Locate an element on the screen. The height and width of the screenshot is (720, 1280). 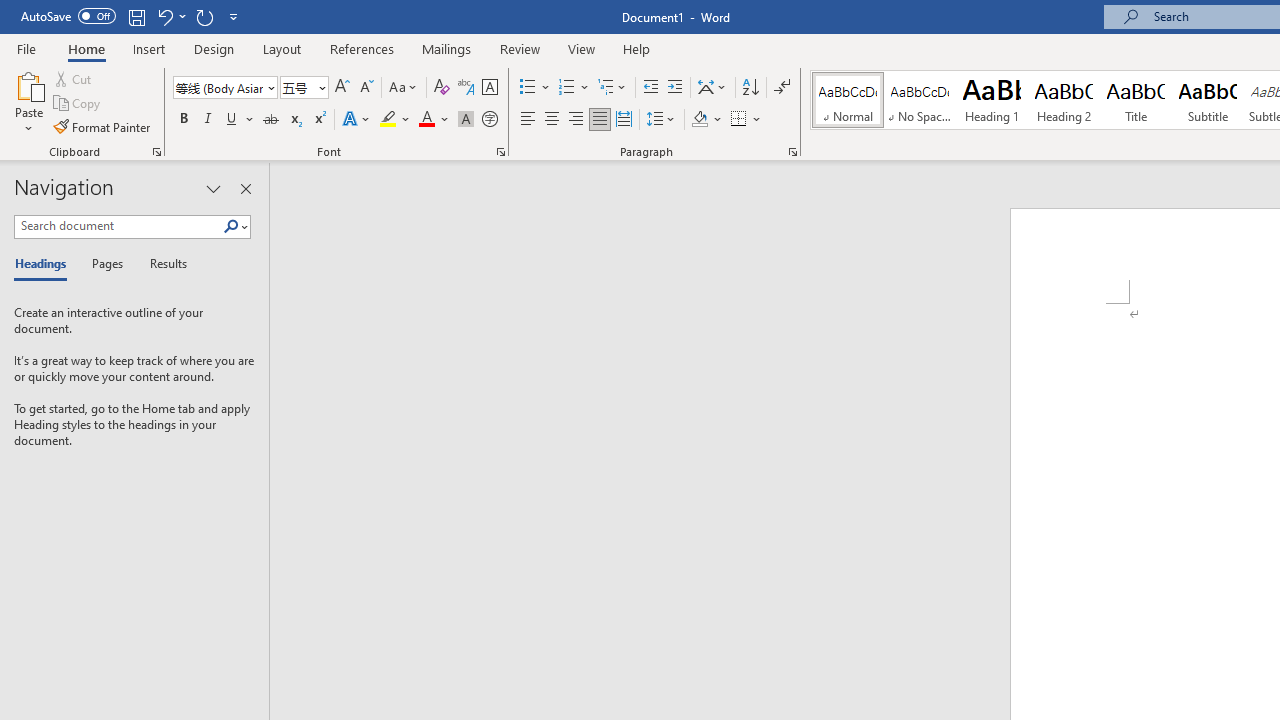
'Font Color Red' is located at coordinates (425, 119).